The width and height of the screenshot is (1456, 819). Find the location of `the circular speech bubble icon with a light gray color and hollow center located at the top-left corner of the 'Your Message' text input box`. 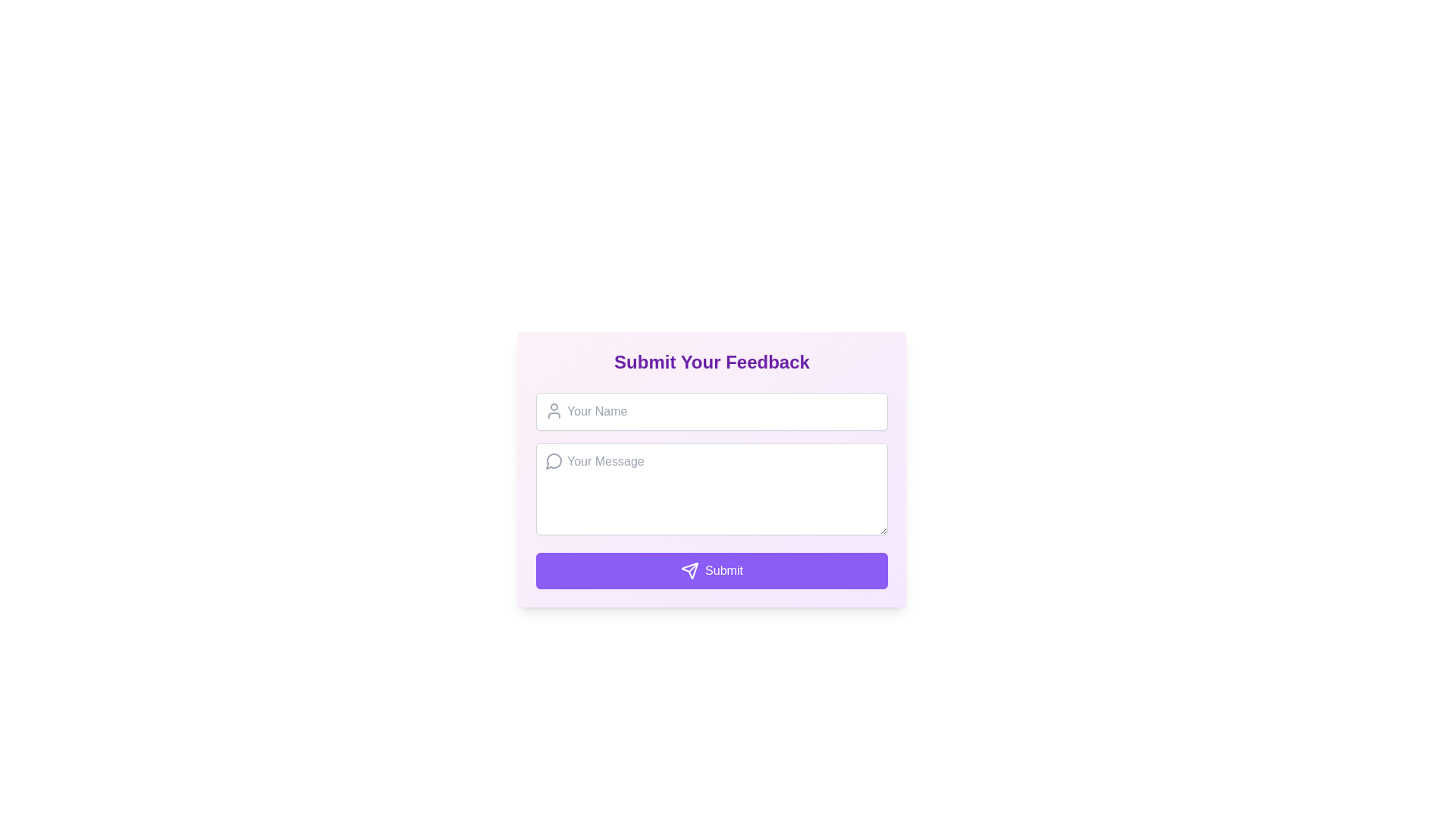

the circular speech bubble icon with a light gray color and hollow center located at the top-left corner of the 'Your Message' text input box is located at coordinates (553, 460).